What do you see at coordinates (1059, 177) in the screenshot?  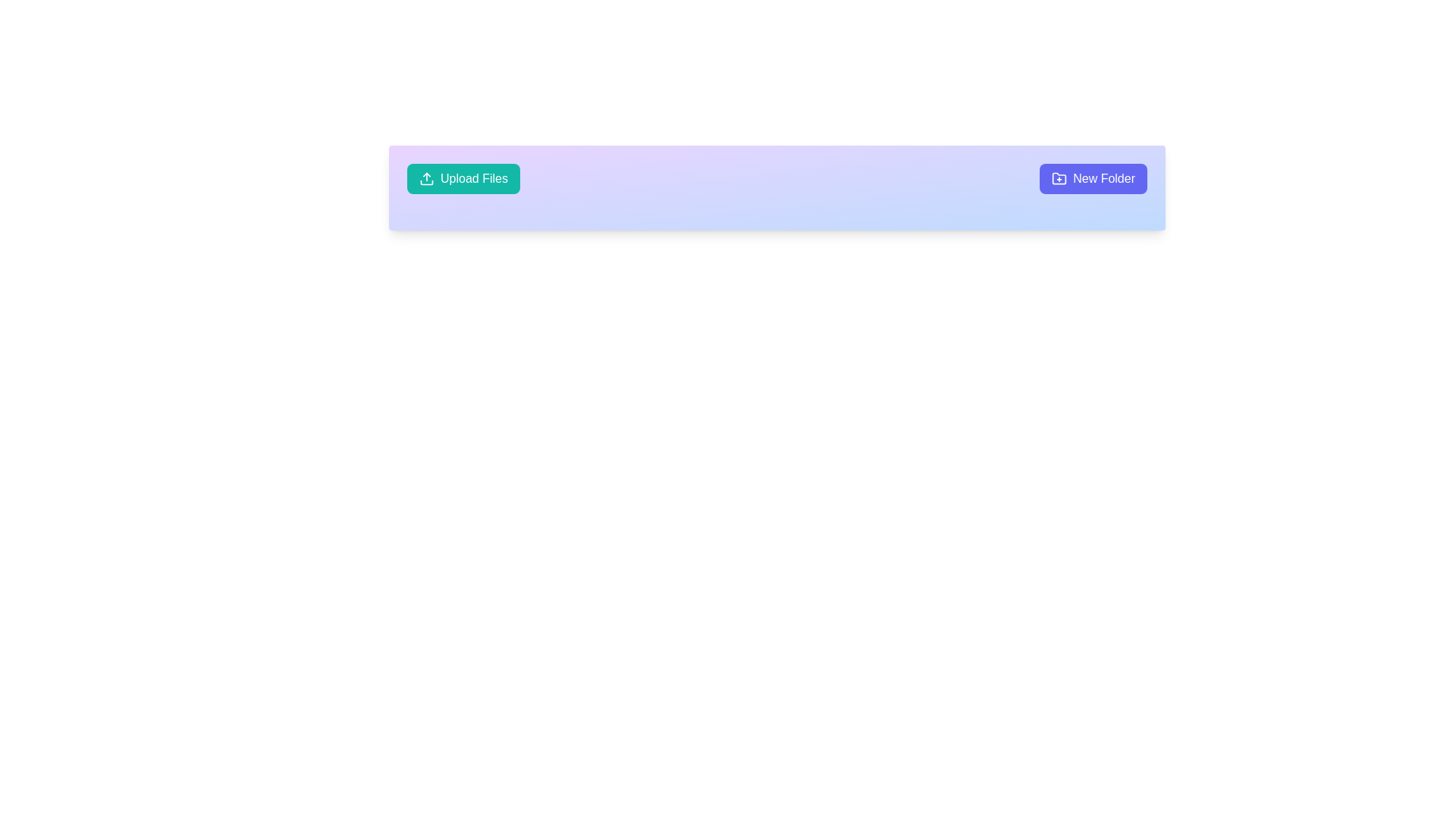 I see `the icon embedded within the 'New Folder' button to create or add a new folder` at bounding box center [1059, 177].